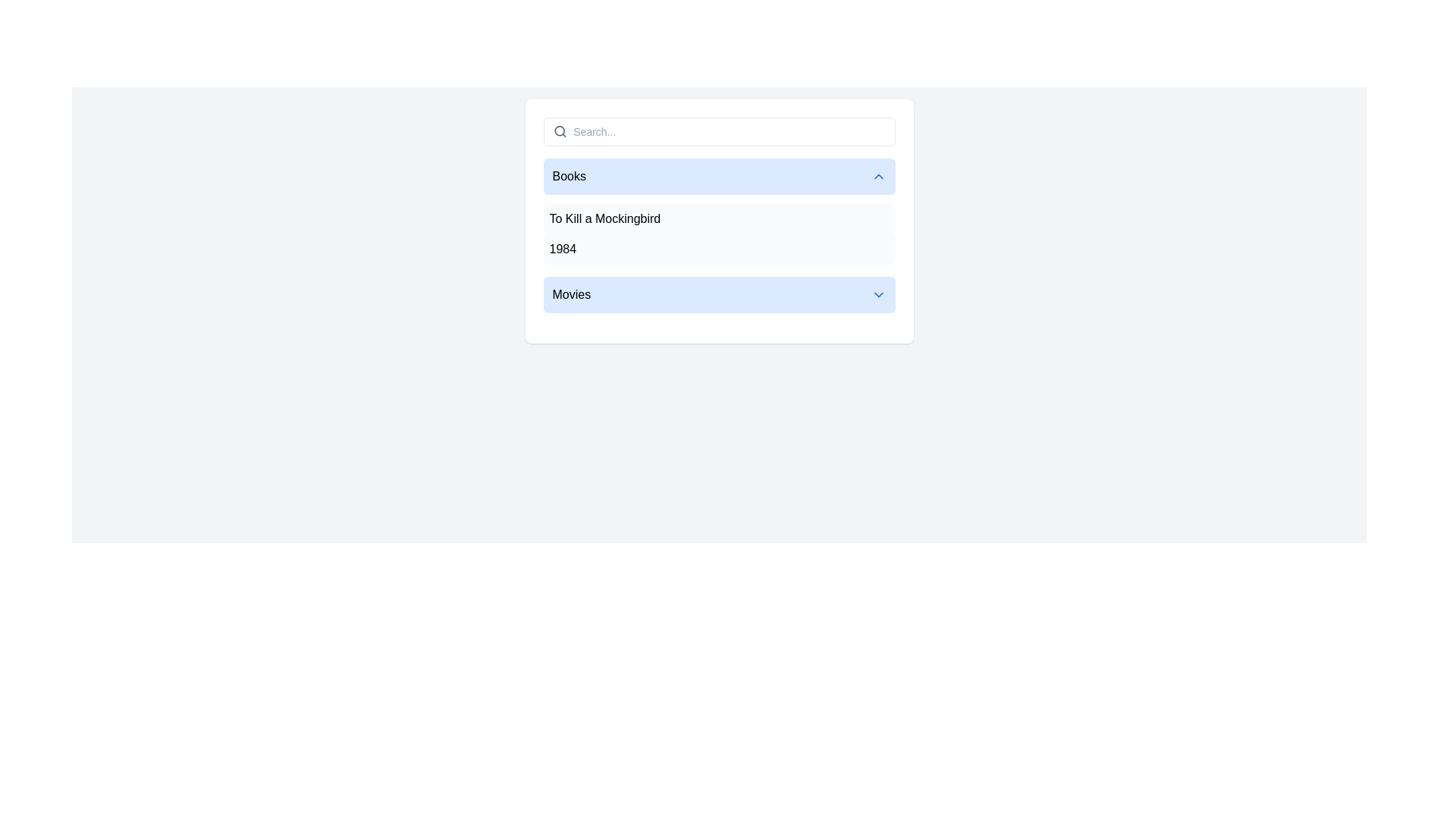  What do you see at coordinates (570, 295) in the screenshot?
I see `the text label displaying 'Movies' which is styled with black text on a light blue background, located inside the last item of a vertical list` at bounding box center [570, 295].